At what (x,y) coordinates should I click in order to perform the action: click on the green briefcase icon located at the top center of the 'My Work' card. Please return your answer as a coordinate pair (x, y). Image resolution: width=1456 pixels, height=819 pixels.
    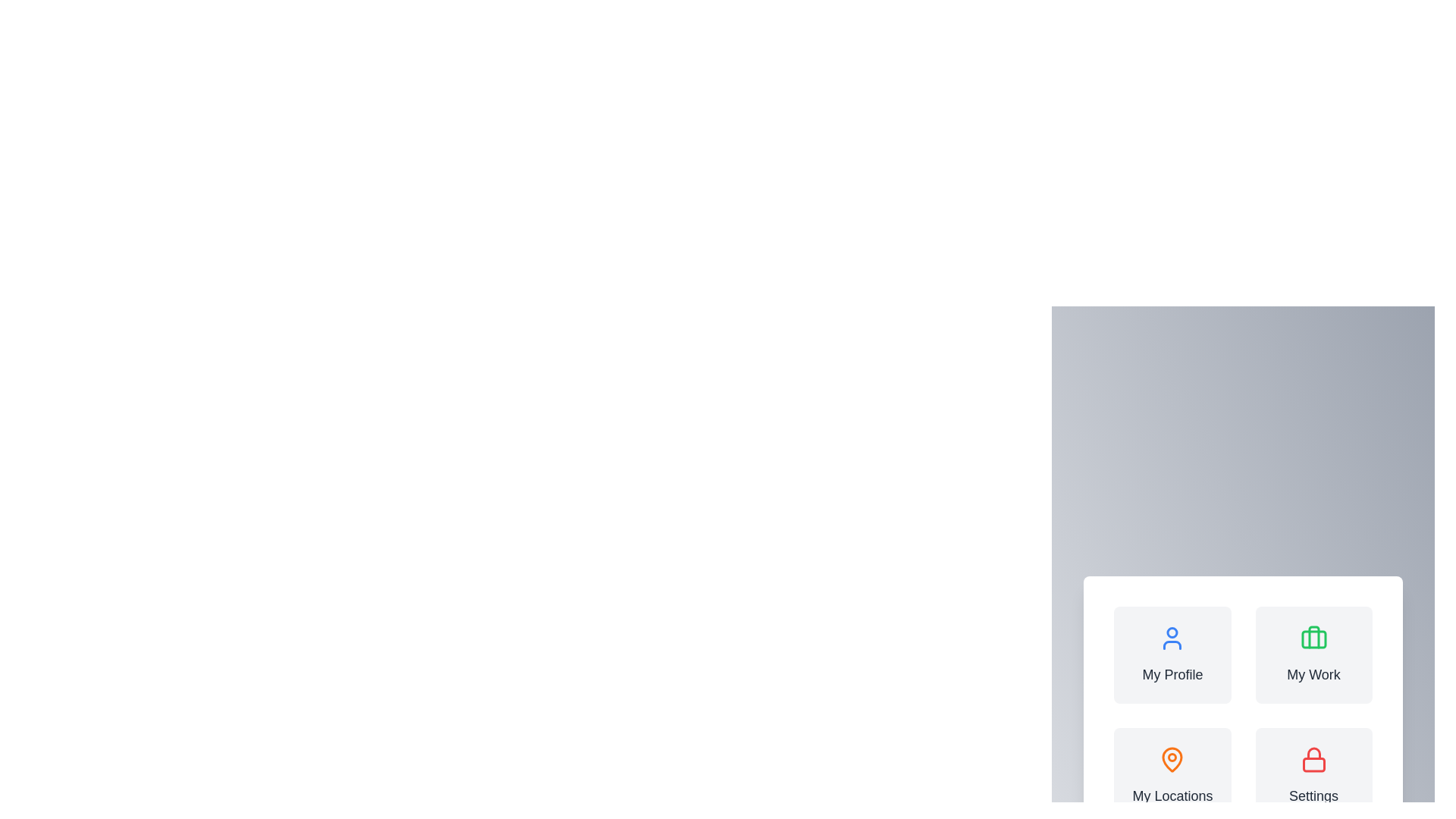
    Looking at the image, I should click on (1313, 638).